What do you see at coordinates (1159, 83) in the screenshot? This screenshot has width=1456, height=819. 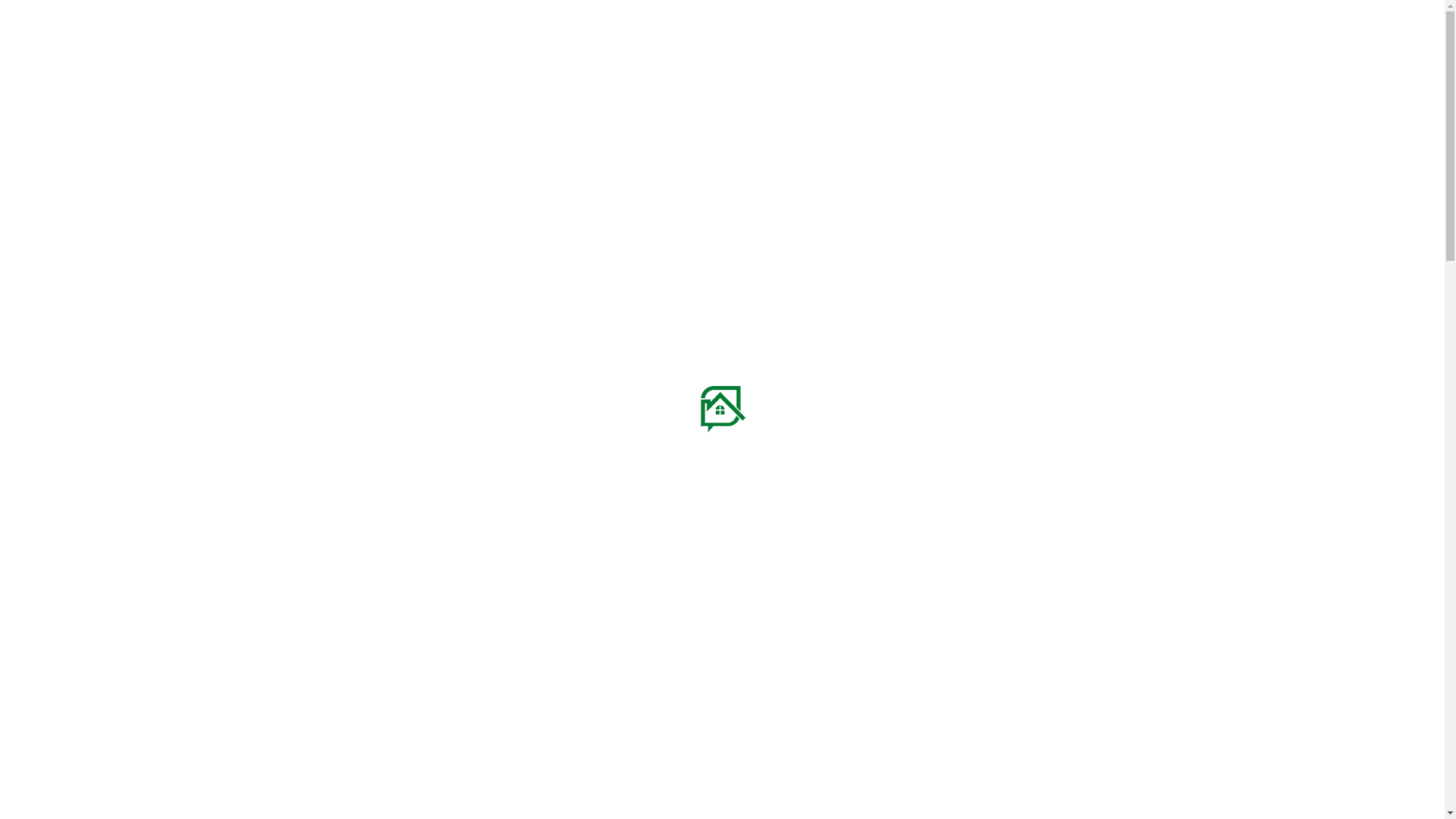 I see `'search'` at bounding box center [1159, 83].